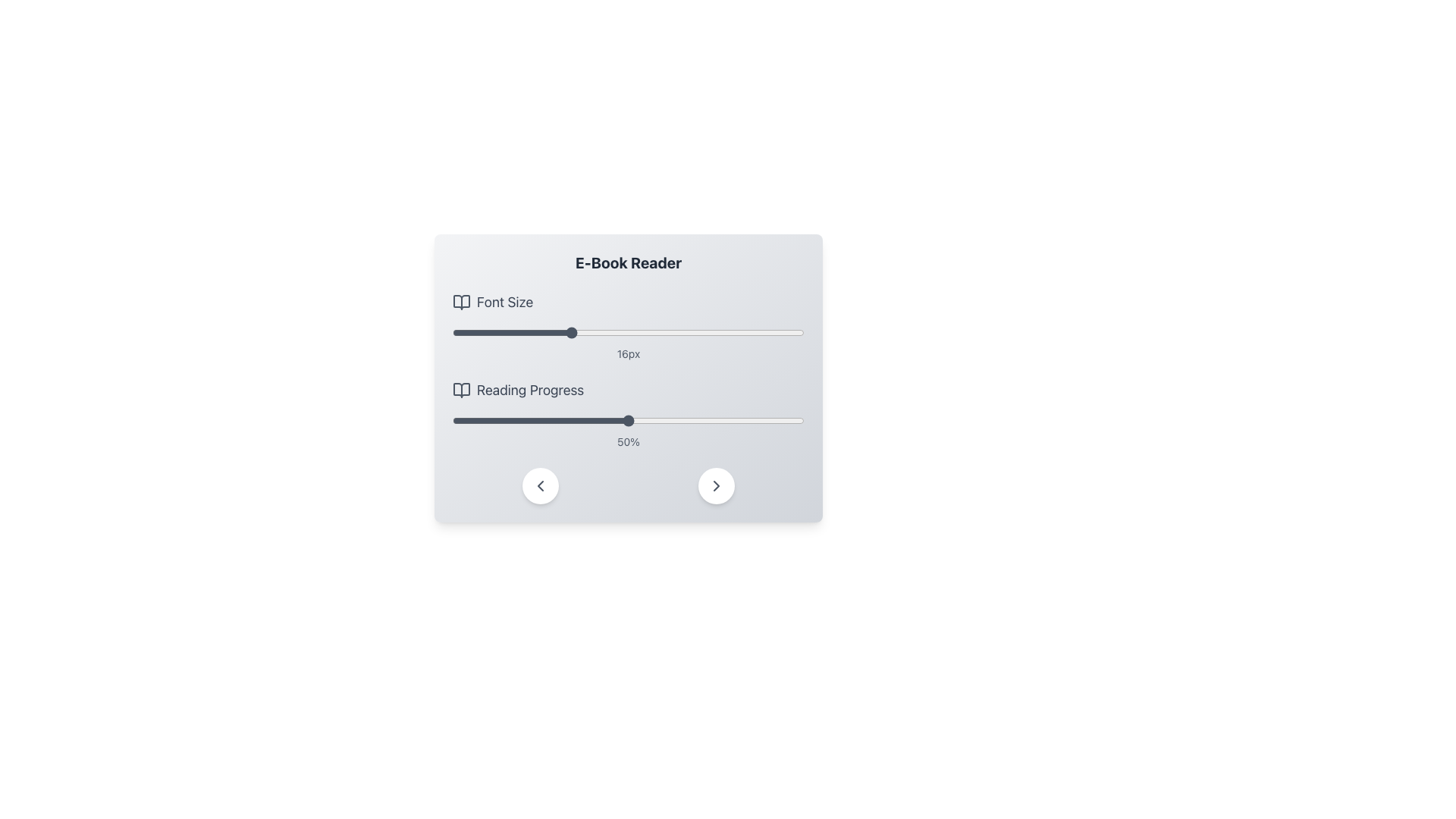 This screenshot has width=1456, height=819. Describe the element at coordinates (695, 421) in the screenshot. I see `the reading progress` at that location.